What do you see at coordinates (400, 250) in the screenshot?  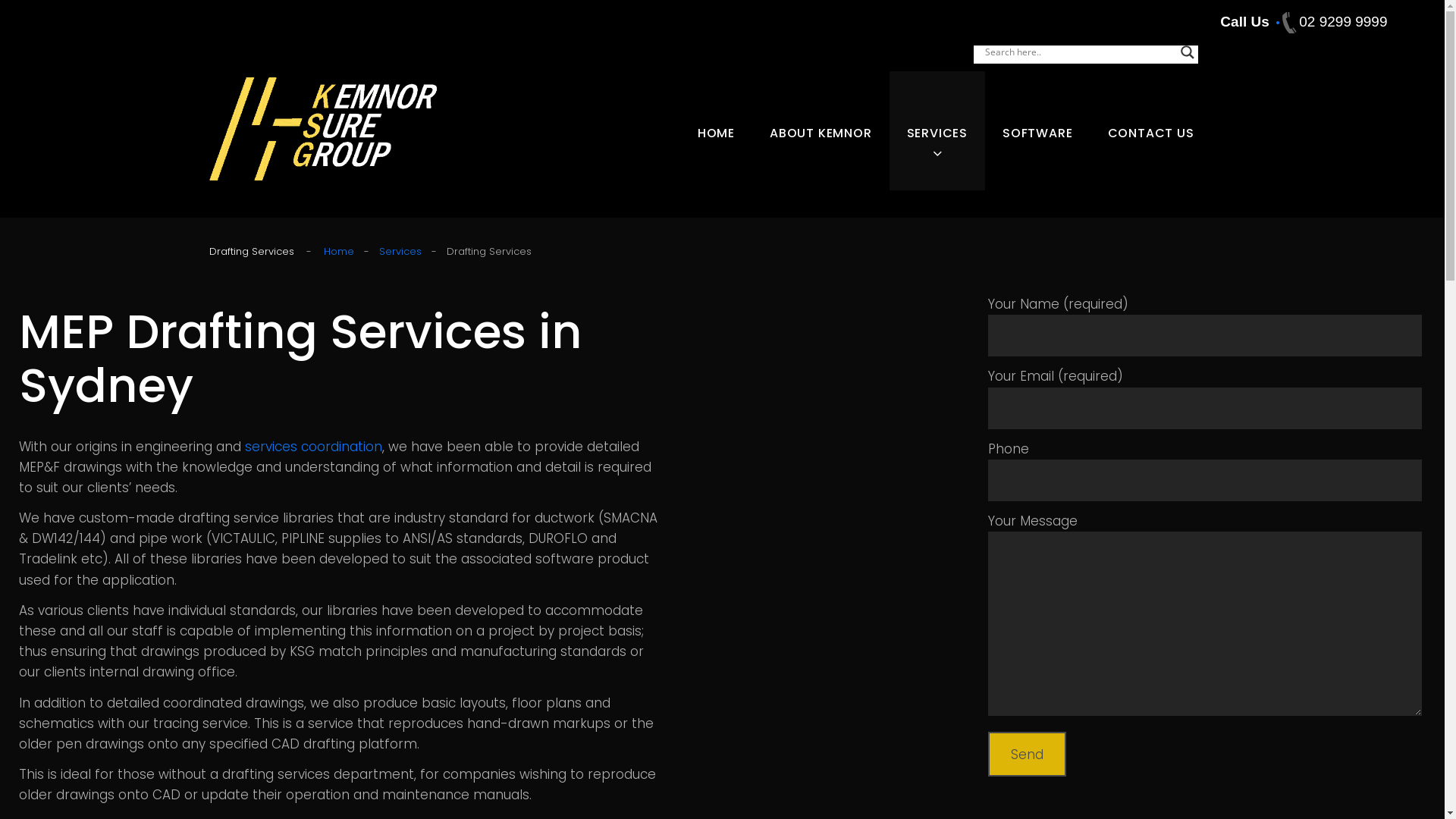 I see `'Services'` at bounding box center [400, 250].